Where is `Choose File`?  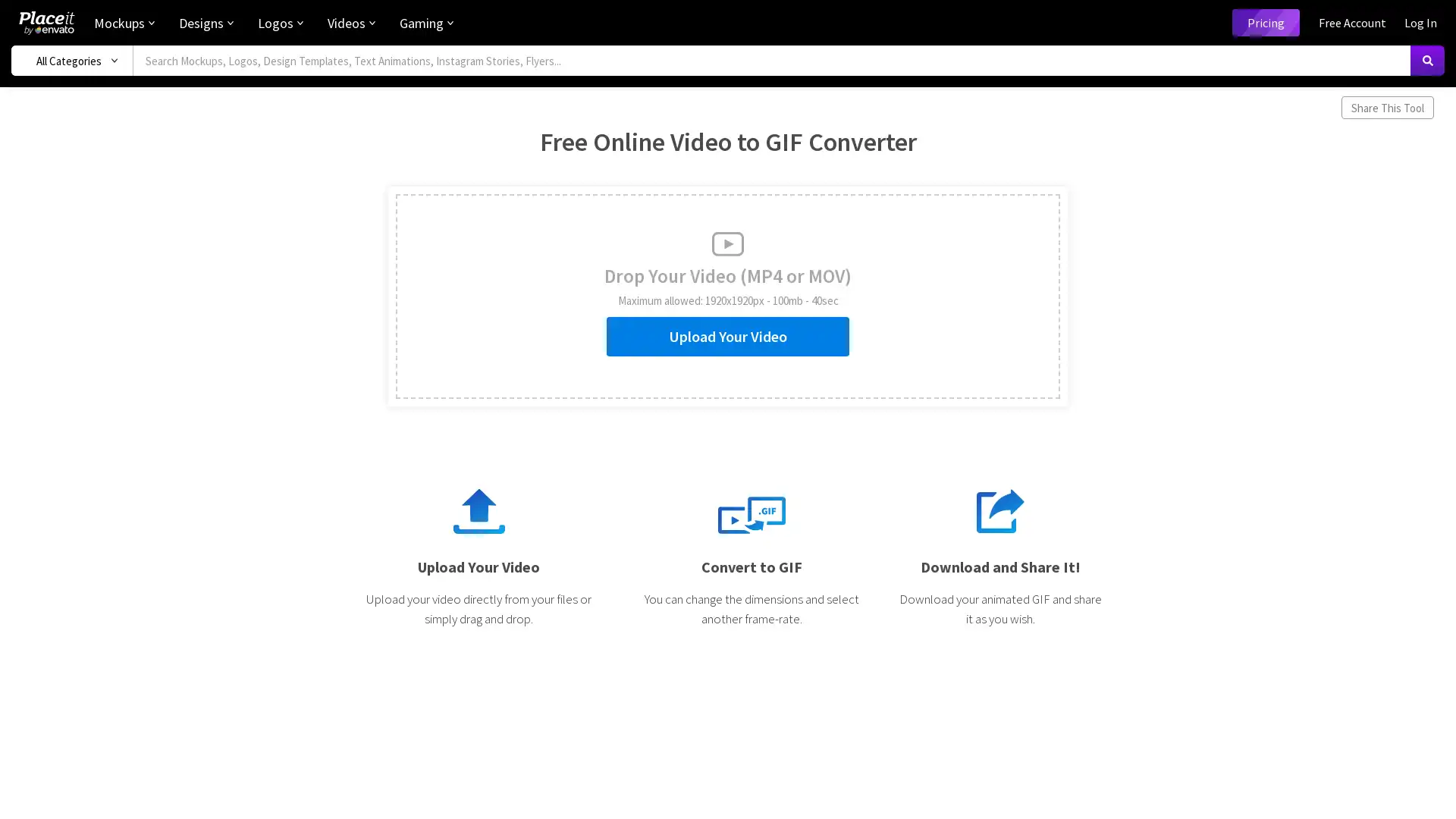 Choose File is located at coordinates (457, 329).